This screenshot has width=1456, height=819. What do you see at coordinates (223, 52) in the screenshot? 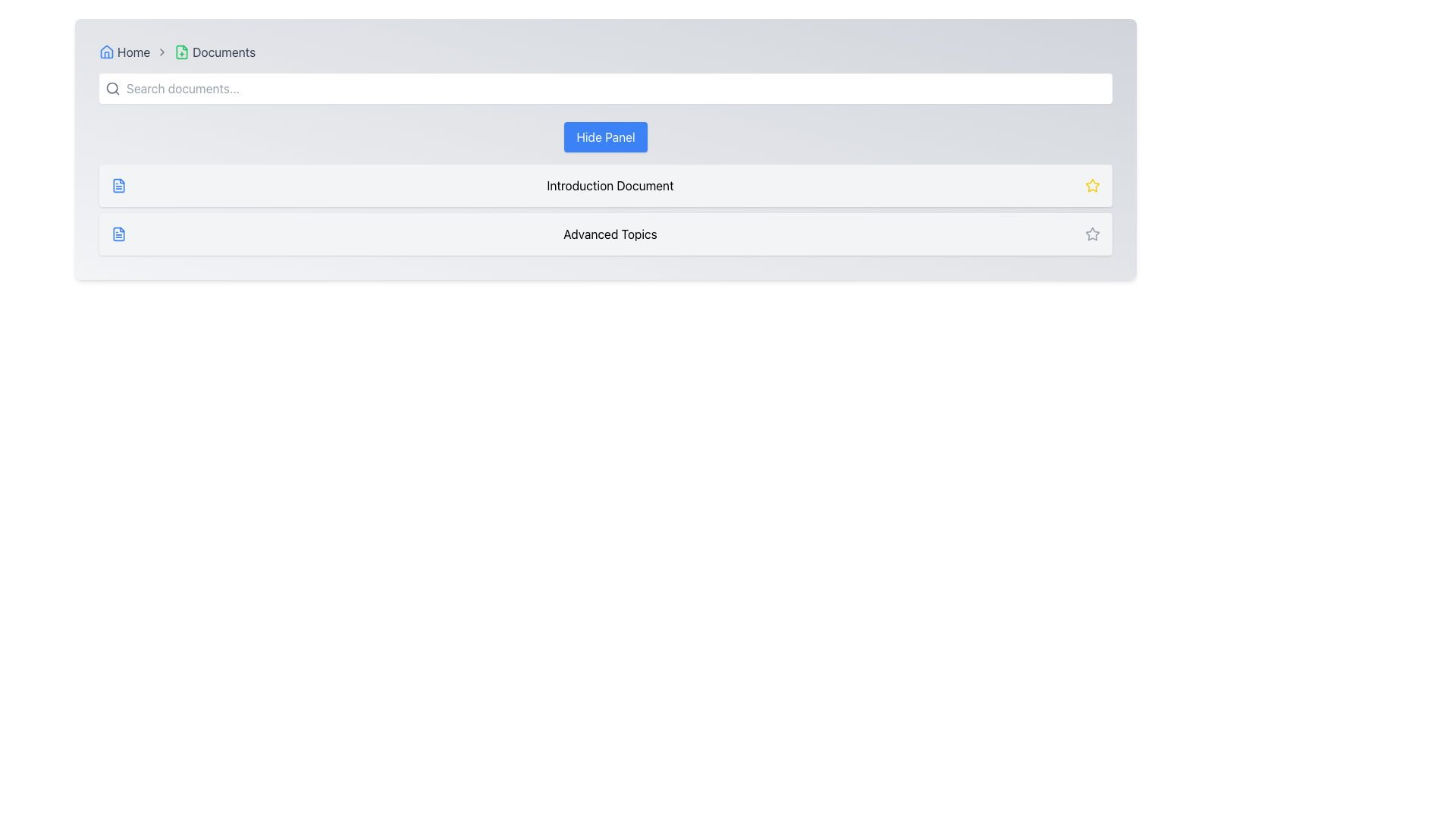
I see `the 'Documents' text label in the breadcrumb navigation bar, which is styled in a standard sans-serif font and positioned right after a green document icon with a plus sign` at bounding box center [223, 52].